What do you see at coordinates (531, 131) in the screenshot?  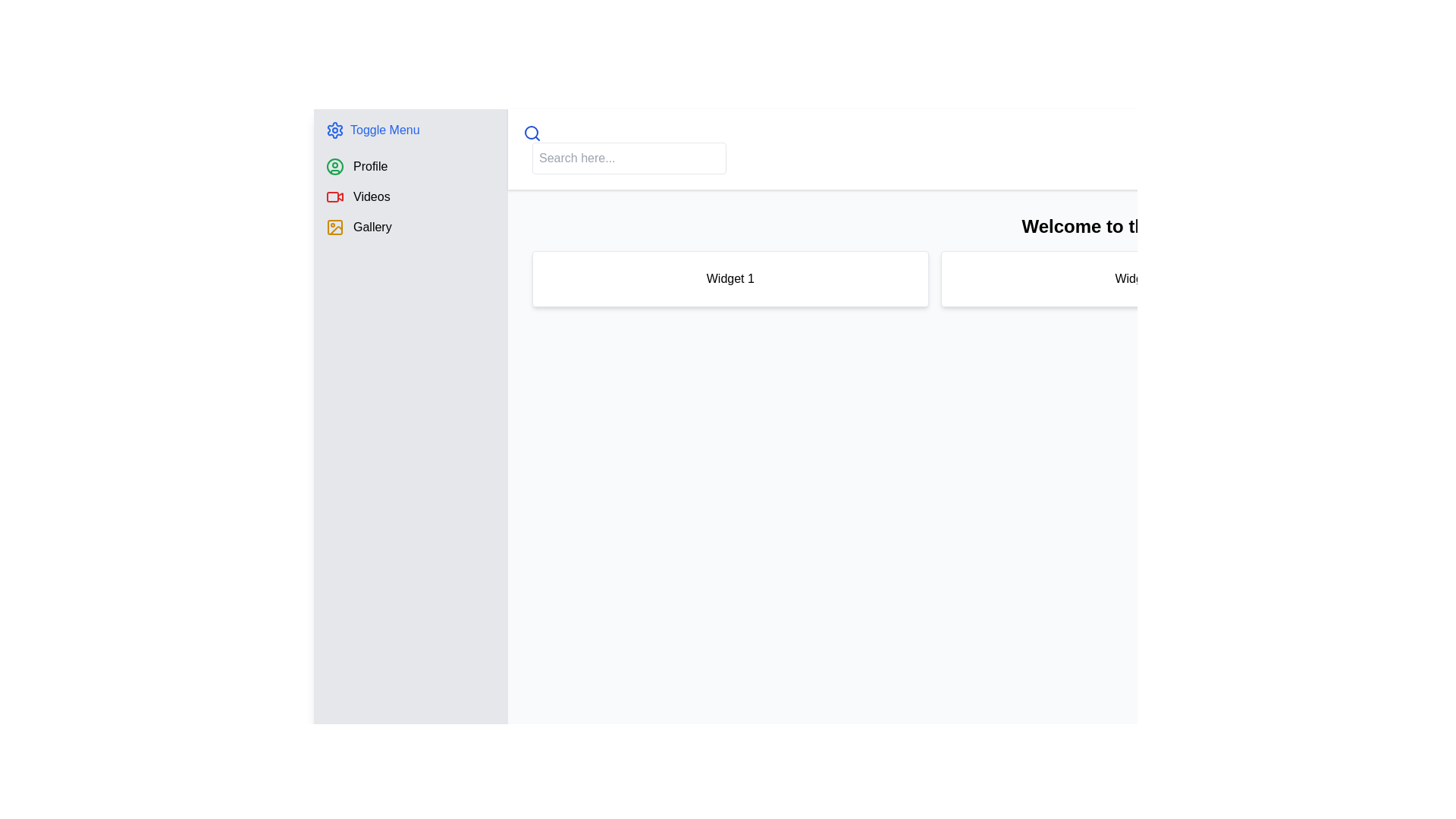 I see `the circle part of the search icon located at the top of the interface near the search input field` at bounding box center [531, 131].